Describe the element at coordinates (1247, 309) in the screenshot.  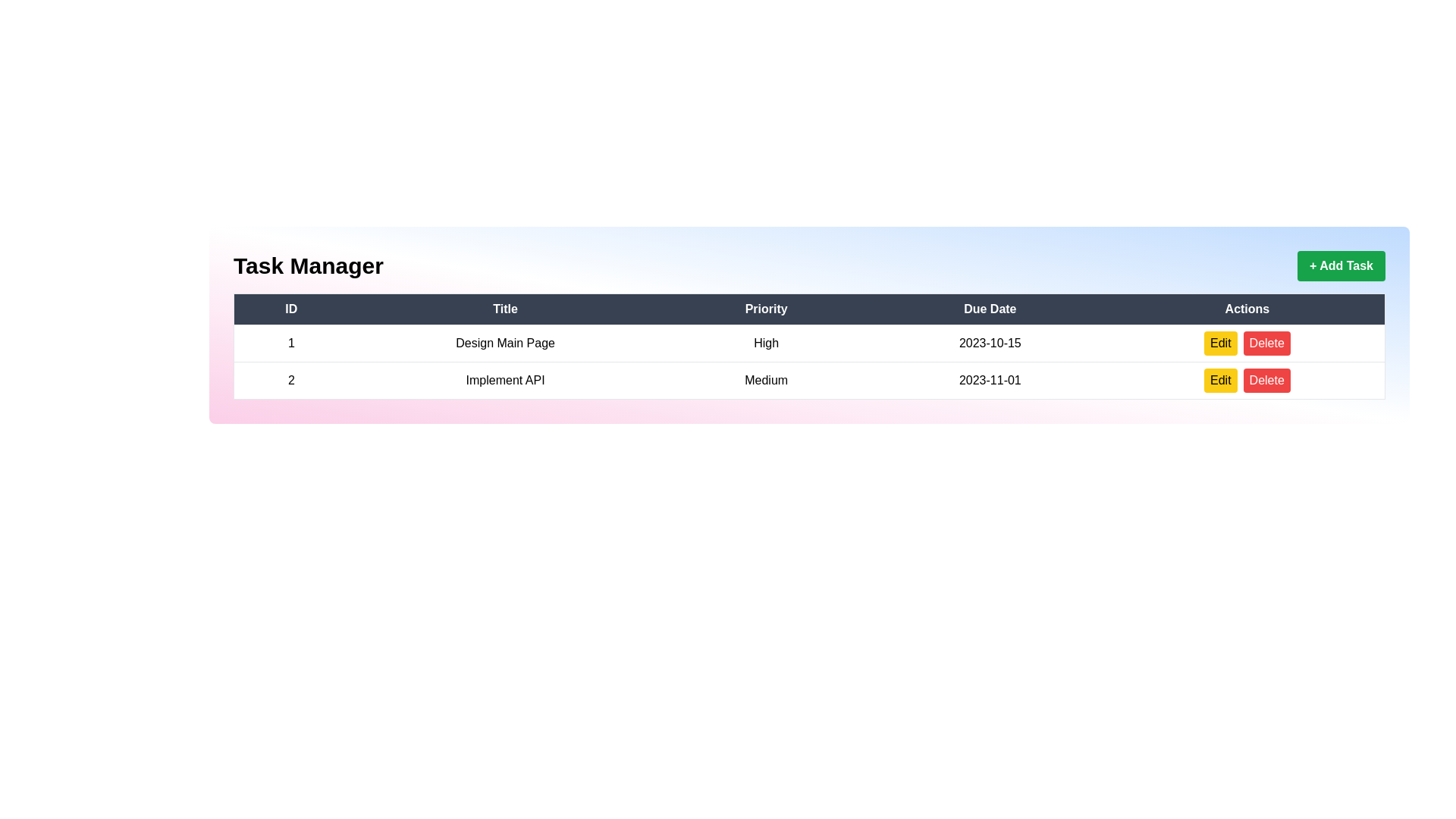
I see `the 'Actions' header text element, which is the fifth column header in the row of headers, following the 'Due Date' header` at that location.